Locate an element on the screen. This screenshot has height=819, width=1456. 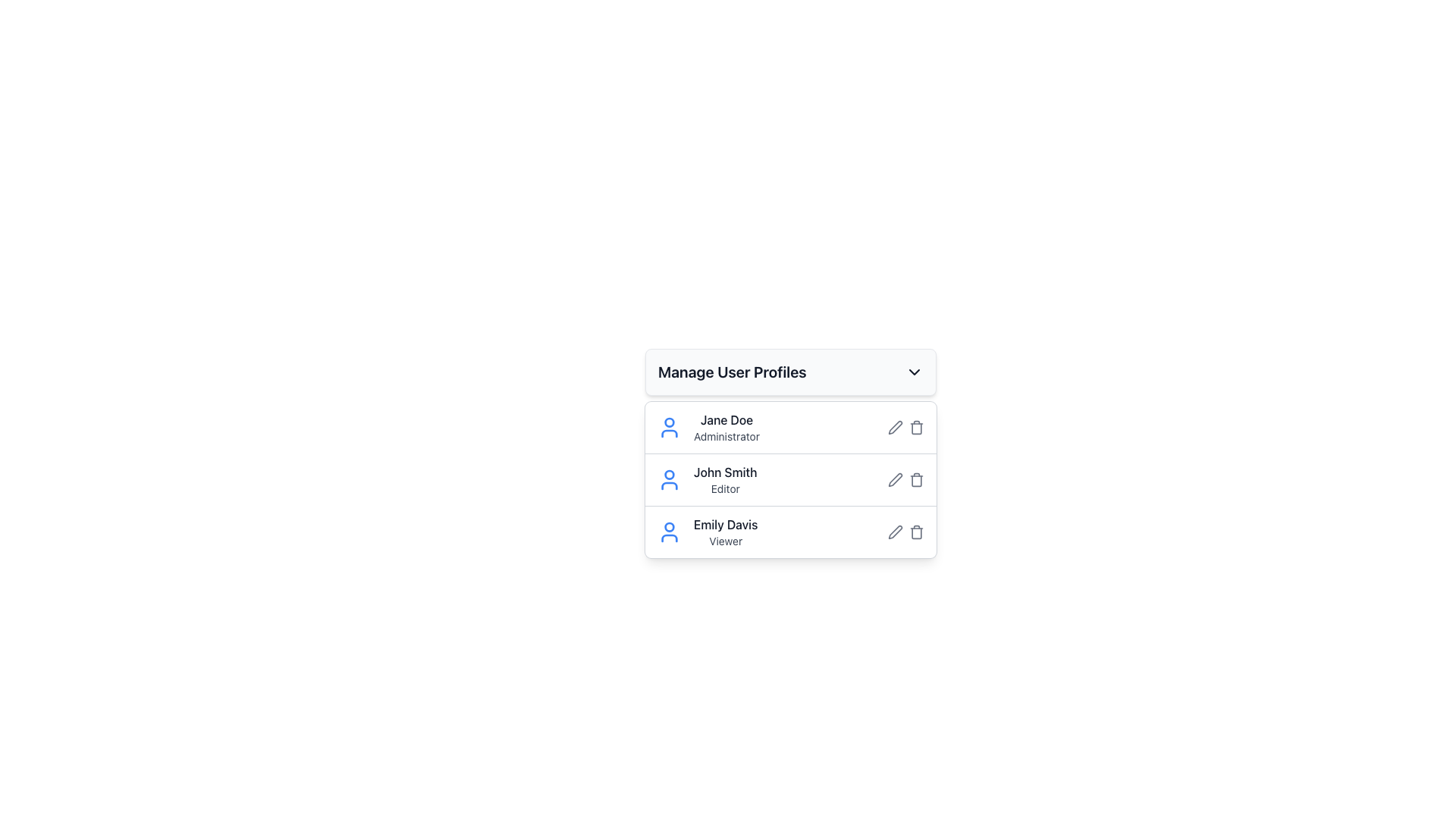
the static text label 'Editor' that is positioned below the name 'John Smith' in the user profile list is located at coordinates (724, 488).